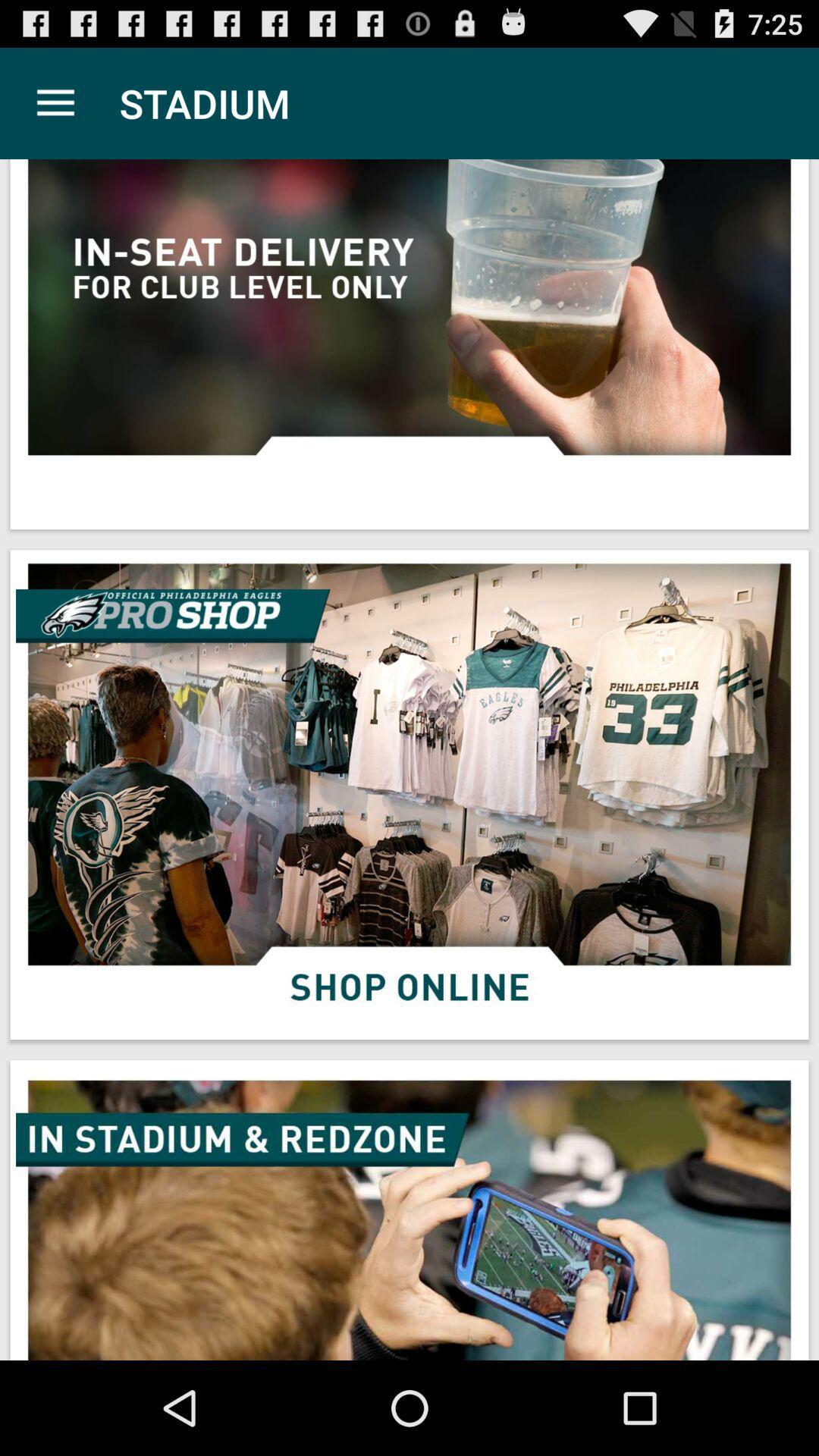 This screenshot has width=819, height=1456. Describe the element at coordinates (55, 102) in the screenshot. I see `the app to the left of stadium item` at that location.